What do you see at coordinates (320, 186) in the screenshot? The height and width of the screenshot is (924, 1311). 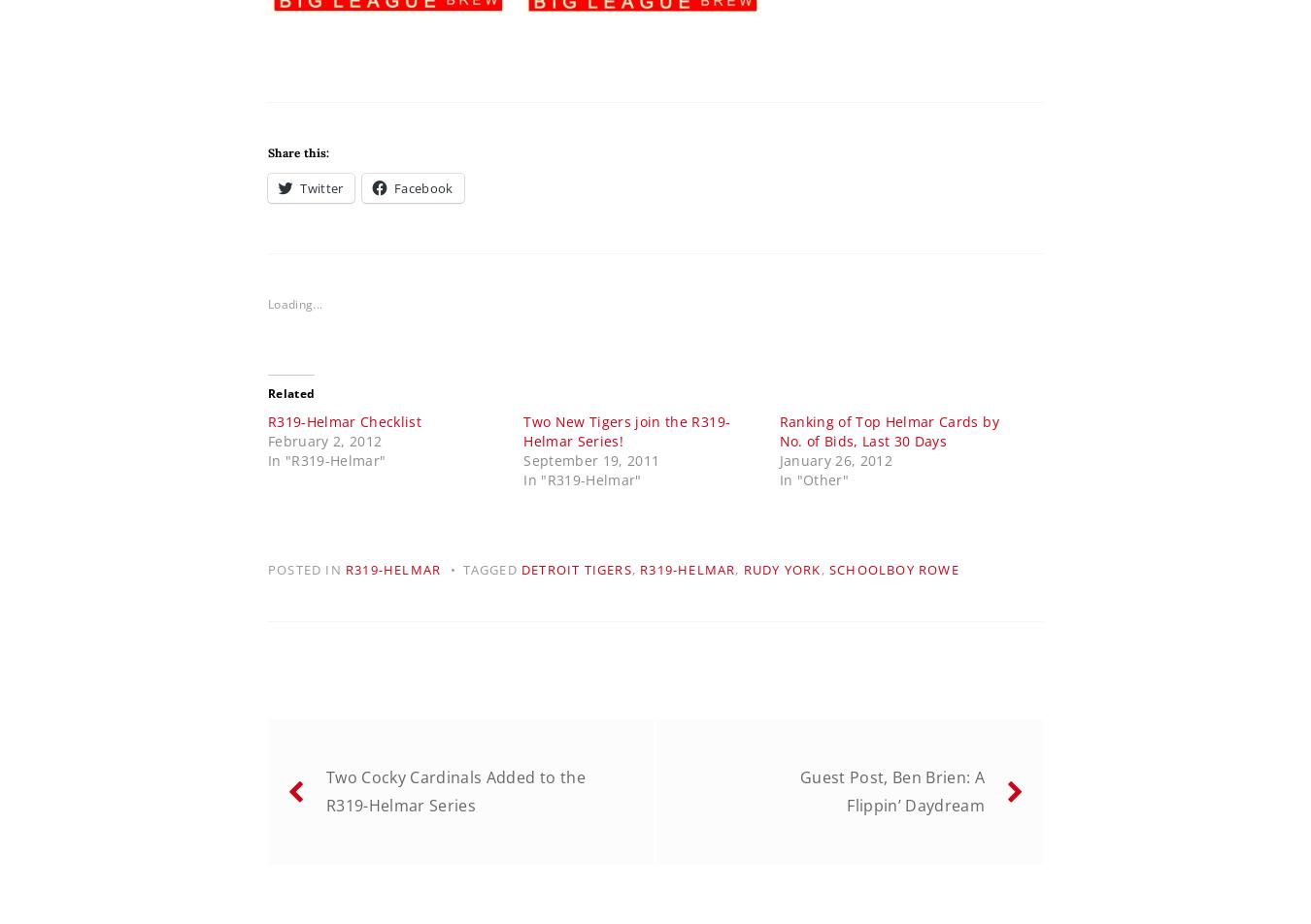 I see `'Twitter'` at bounding box center [320, 186].